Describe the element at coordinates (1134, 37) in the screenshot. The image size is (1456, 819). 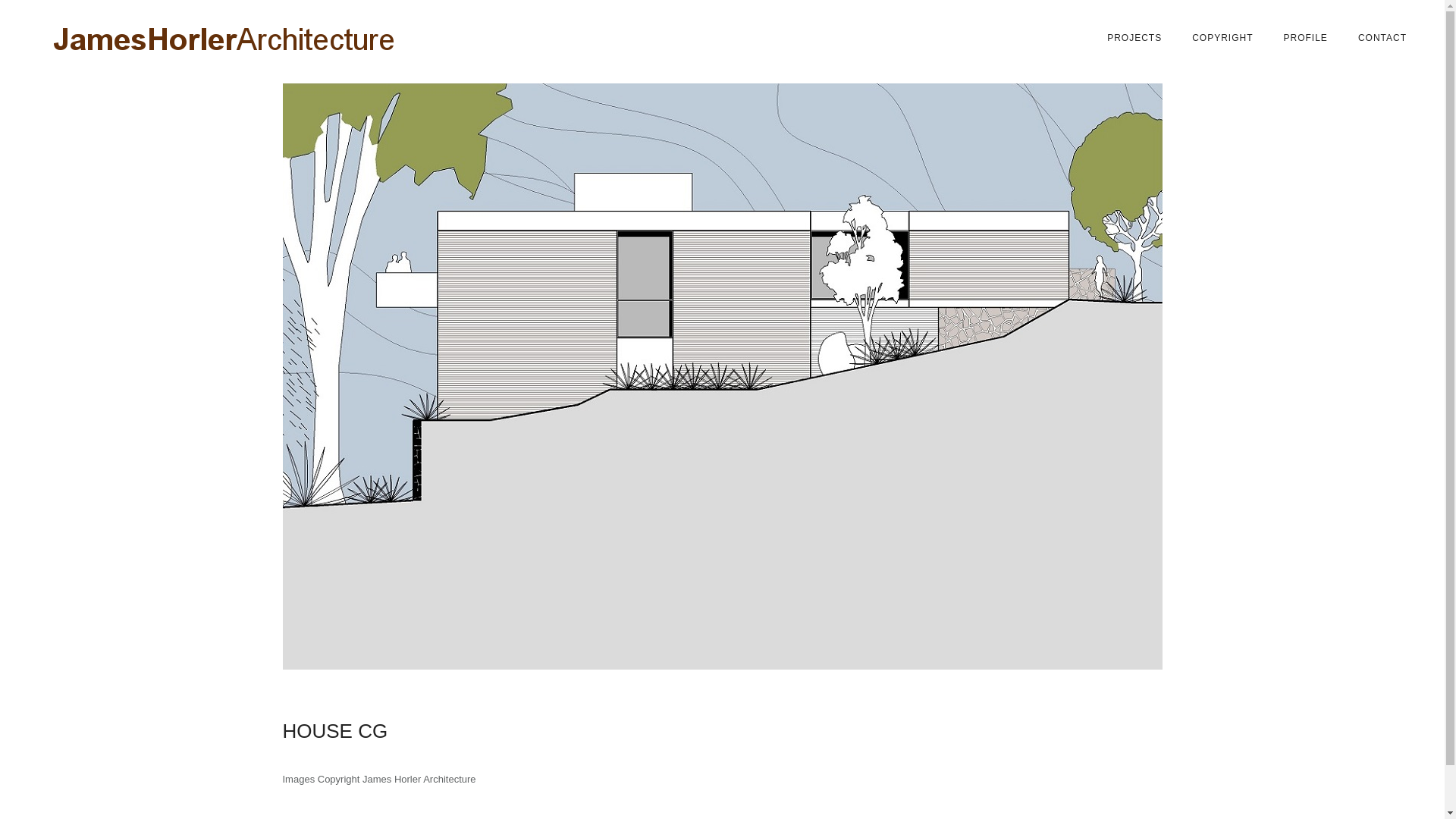
I see `'PROJECTS'` at that location.